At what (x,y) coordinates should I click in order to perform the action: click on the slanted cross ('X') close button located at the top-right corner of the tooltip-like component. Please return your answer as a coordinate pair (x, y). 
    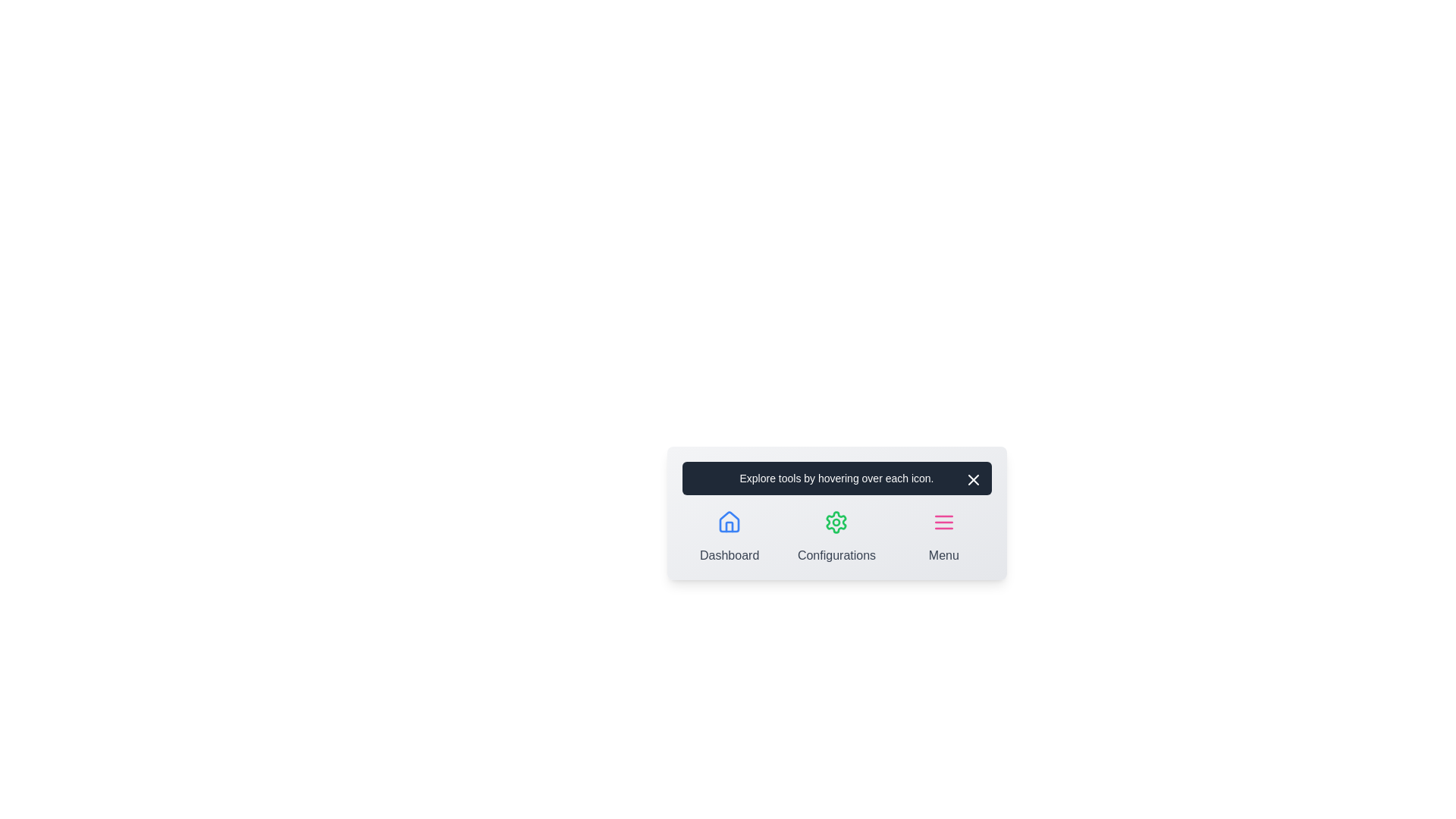
    Looking at the image, I should click on (973, 479).